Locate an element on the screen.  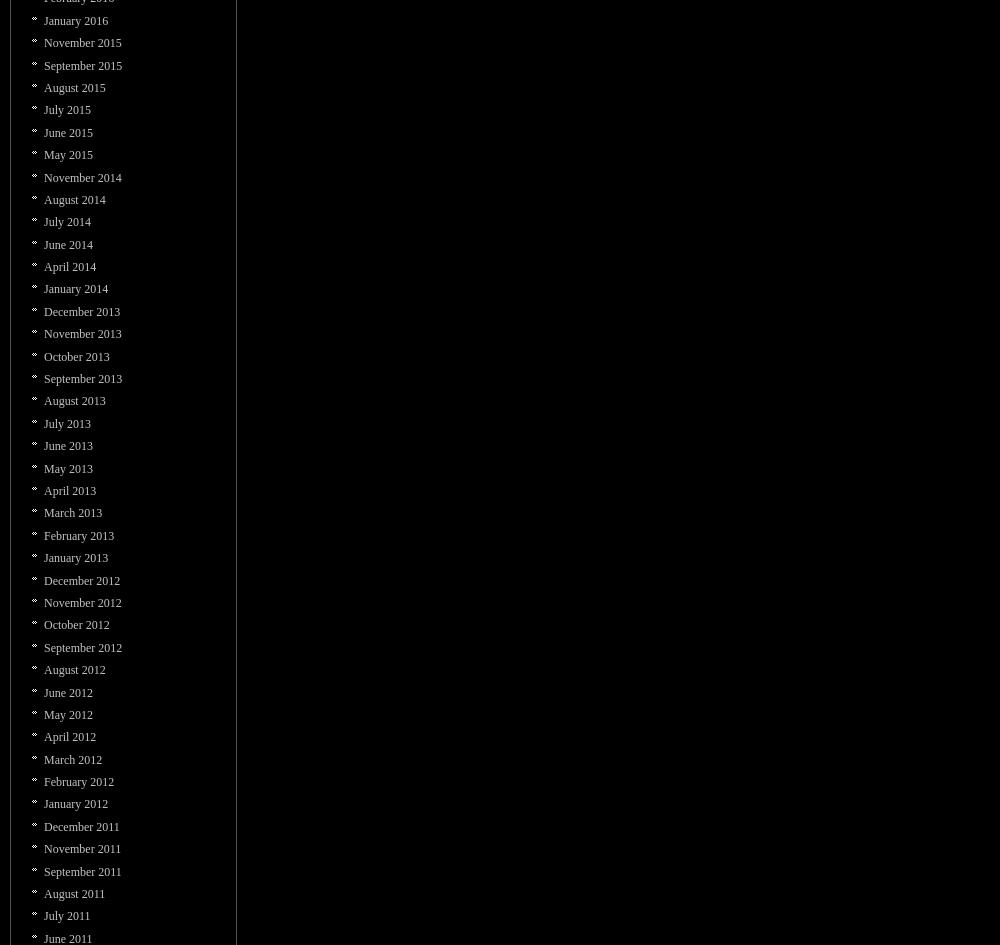
'August 2015' is located at coordinates (73, 86).